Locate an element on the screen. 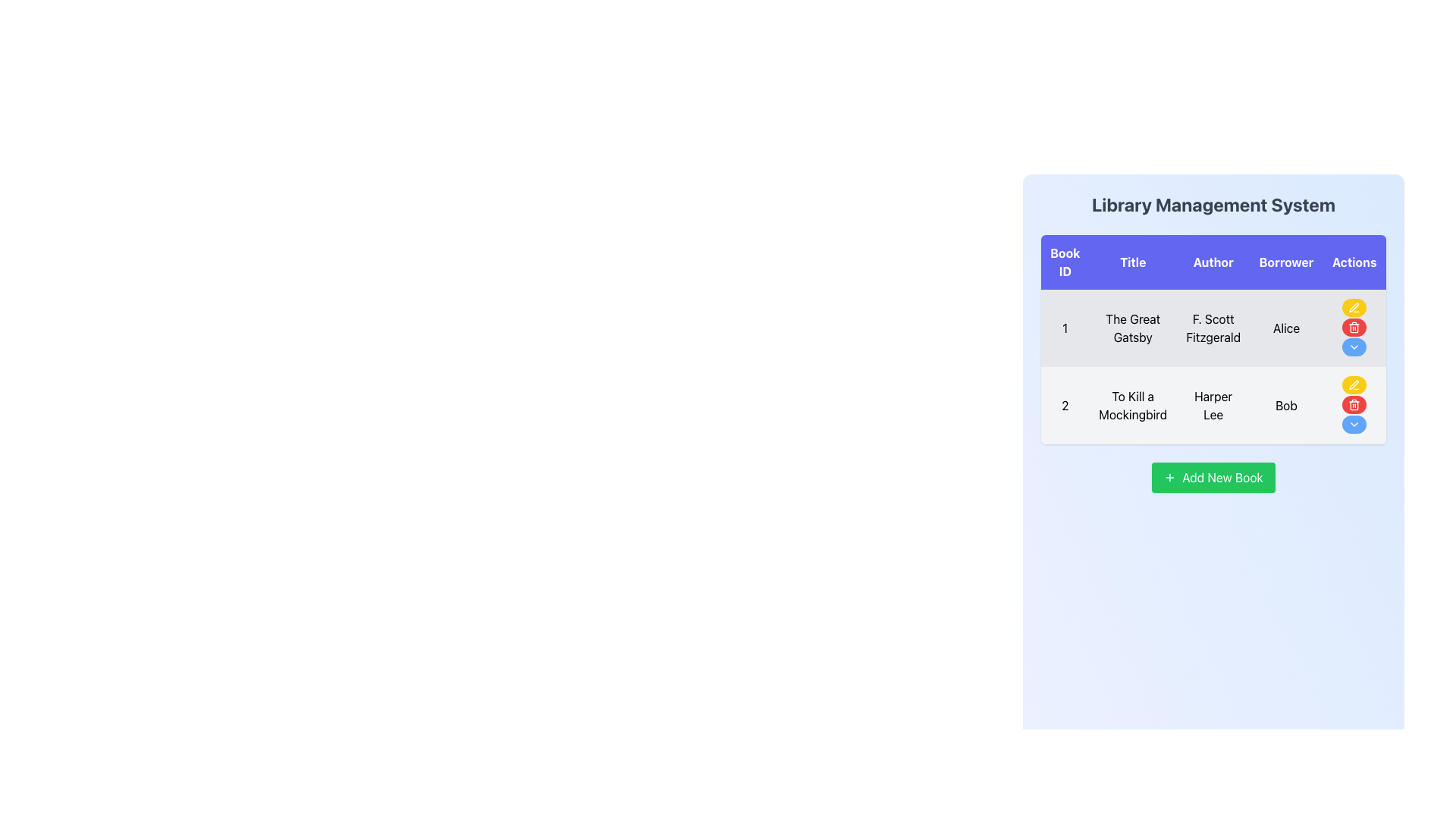  the Text Heading that displays 'Library Management System' in bold, dark gray font, centered above a table layout is located at coordinates (1213, 205).